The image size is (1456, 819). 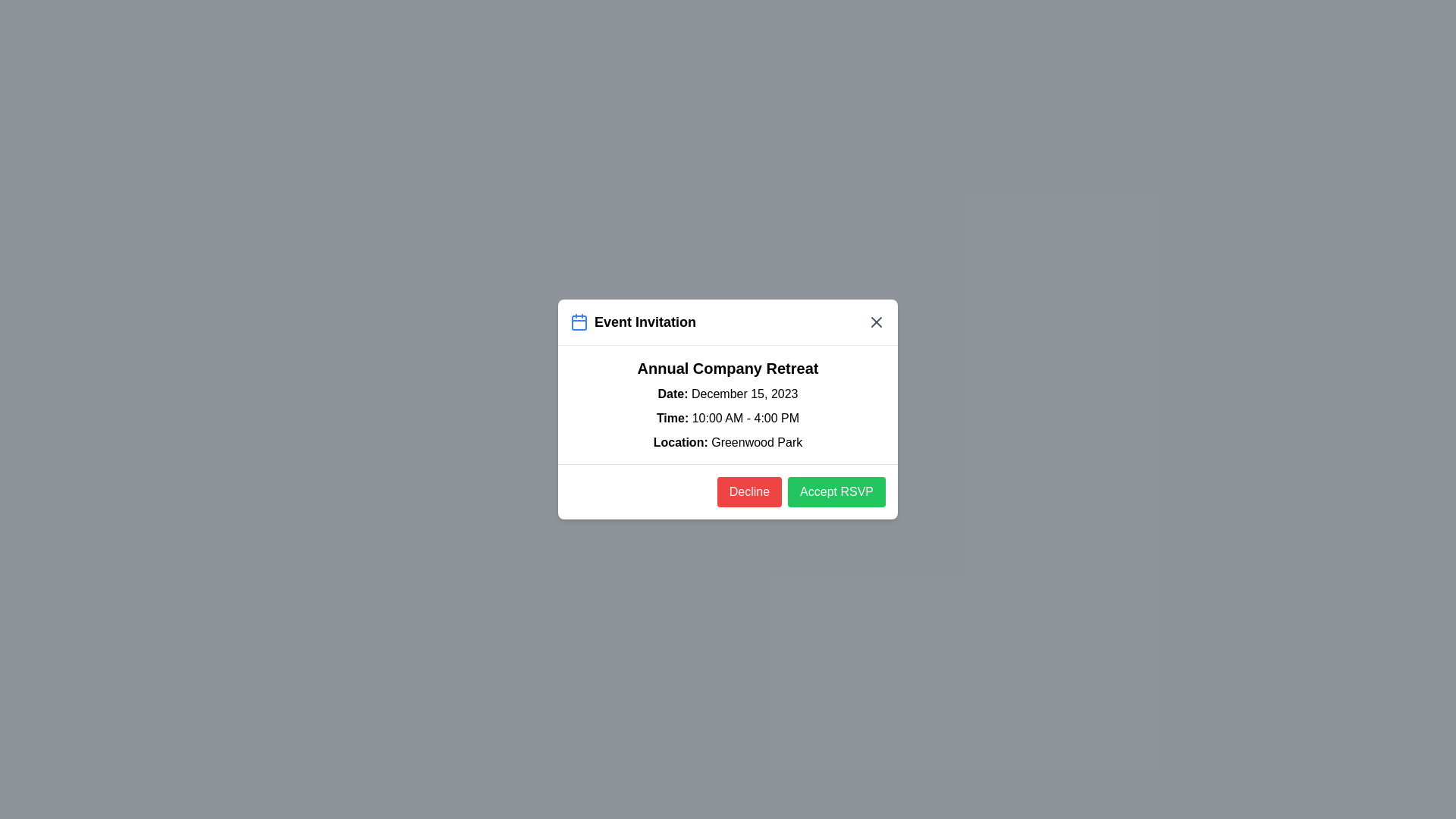 What do you see at coordinates (673, 418) in the screenshot?
I see `the static text label 'Time:' in bold black font located in the middle panel of the 'Event Invitation' modal` at bounding box center [673, 418].